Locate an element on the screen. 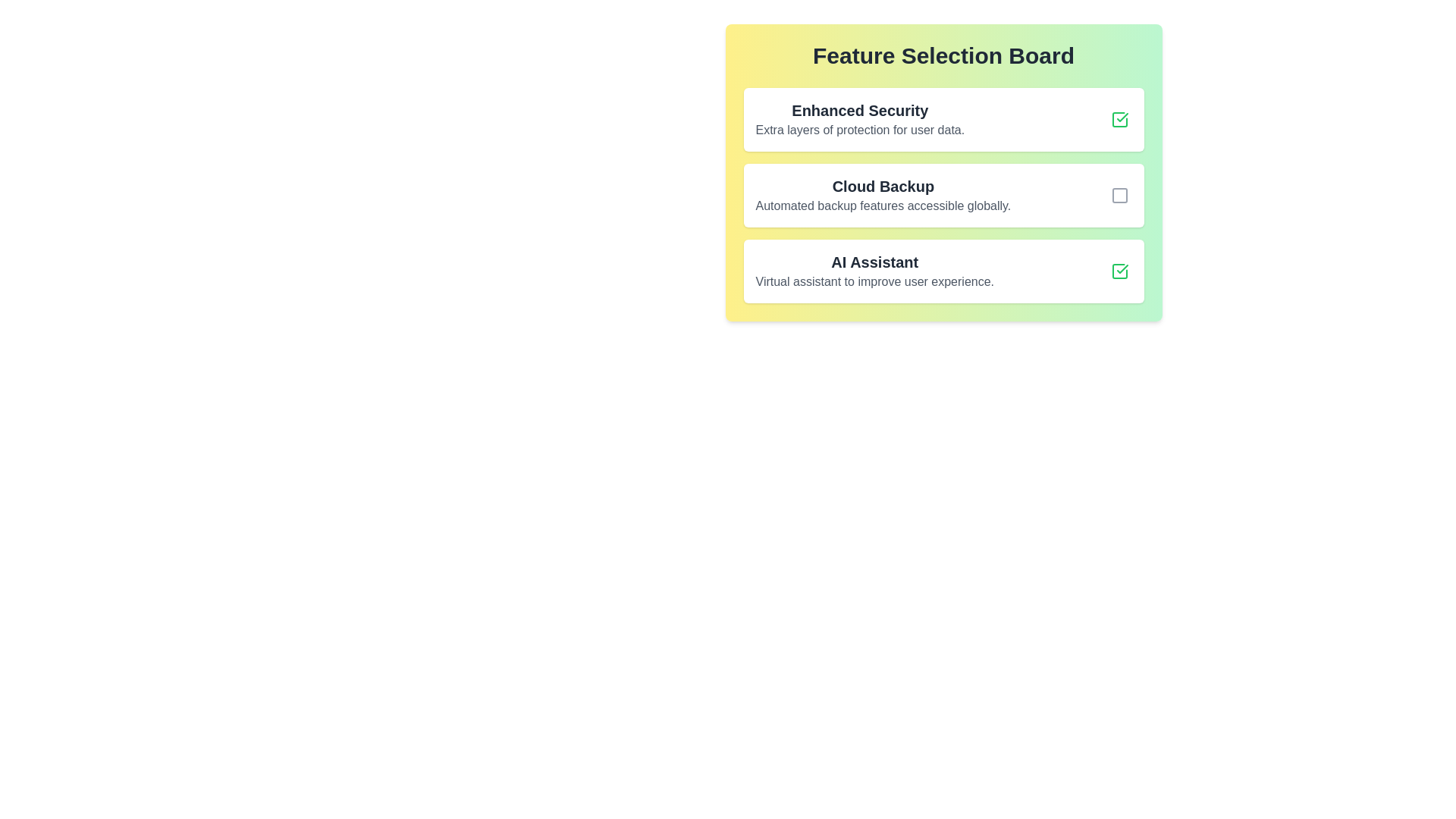  the green checkmark icon inside the square outline located adjacent to the 'Enhanced Security' text label in the Feature Selection Board is located at coordinates (1119, 119).